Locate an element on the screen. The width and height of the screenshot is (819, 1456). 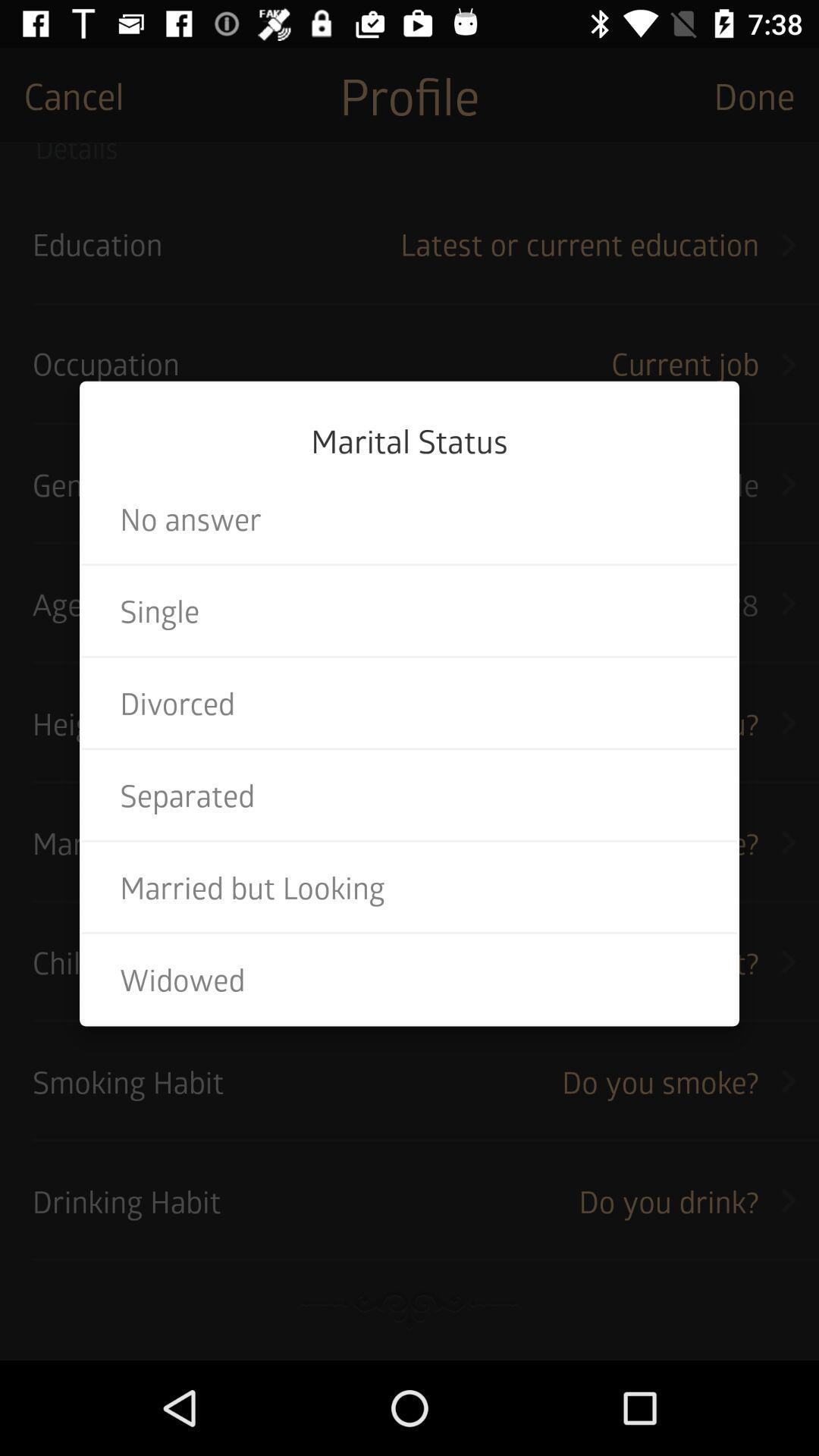
icon above the separated is located at coordinates (409, 701).